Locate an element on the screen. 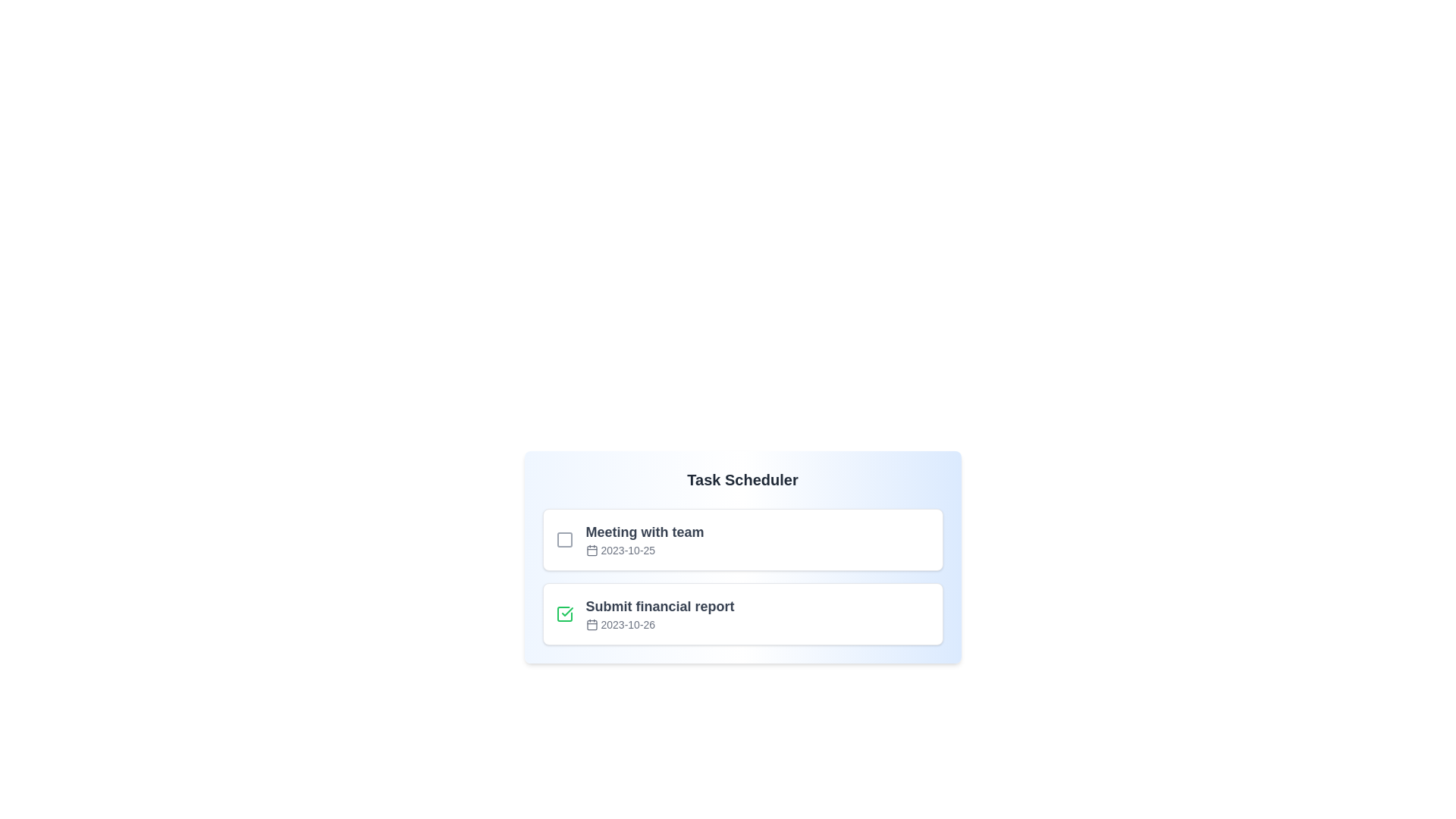  the decorative calendar icon component located to the left of the date label '2023-10-26' in the second item 'Submit financial report' is located at coordinates (591, 625).